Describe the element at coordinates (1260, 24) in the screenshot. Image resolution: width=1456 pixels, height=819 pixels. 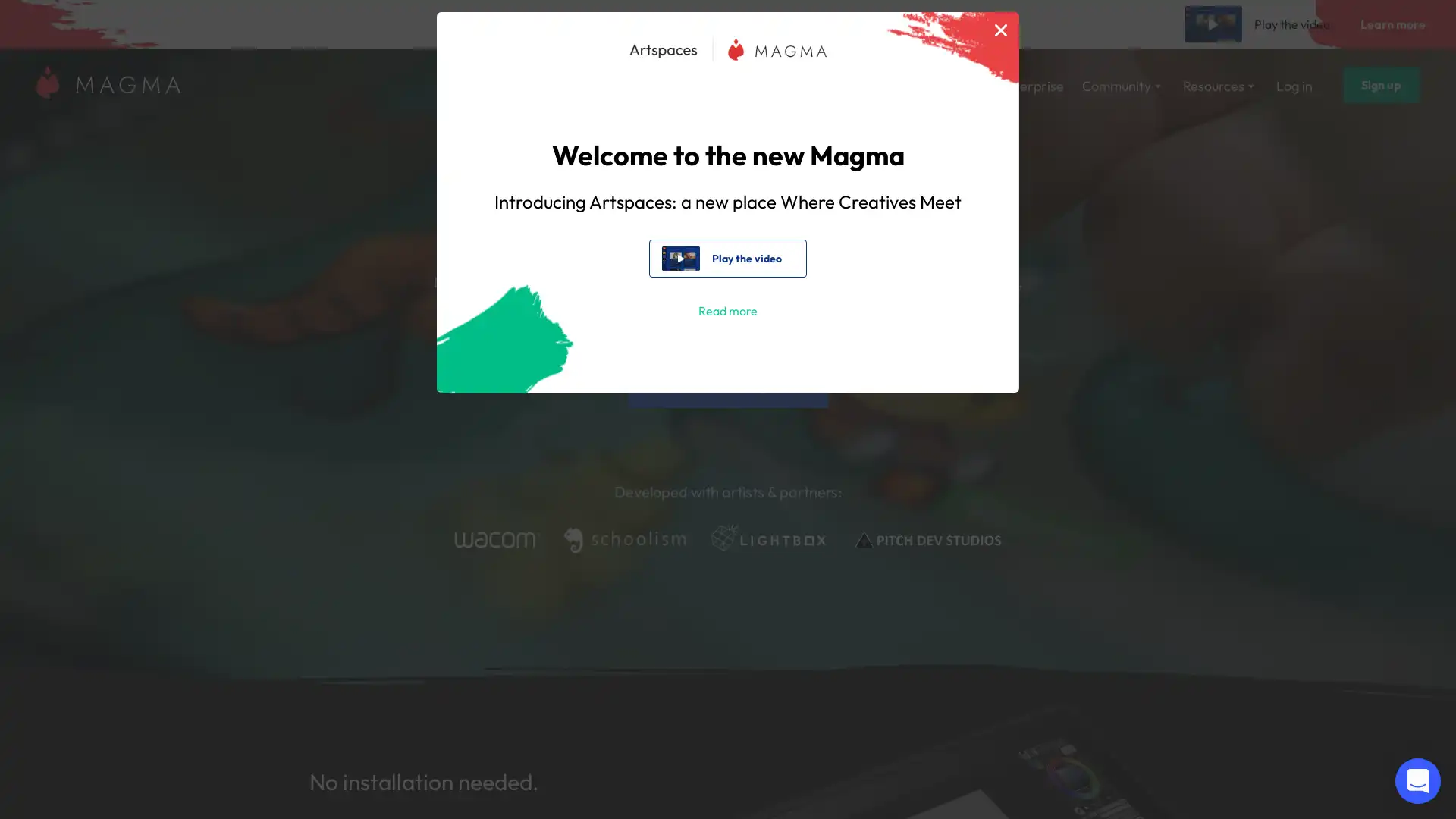
I see `Play the video` at that location.